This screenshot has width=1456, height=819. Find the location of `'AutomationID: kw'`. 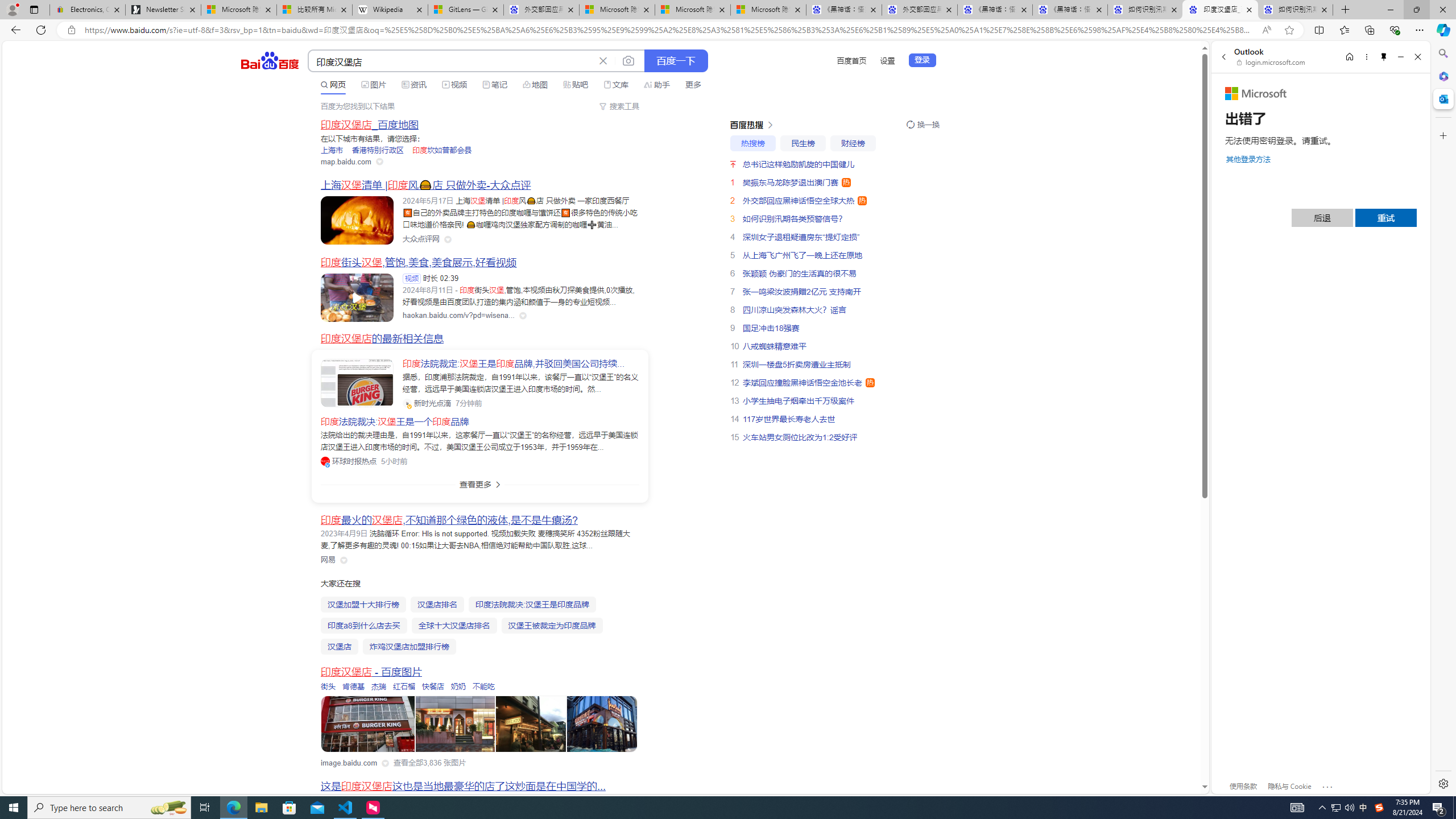

'AutomationID: kw' is located at coordinates (452, 61).